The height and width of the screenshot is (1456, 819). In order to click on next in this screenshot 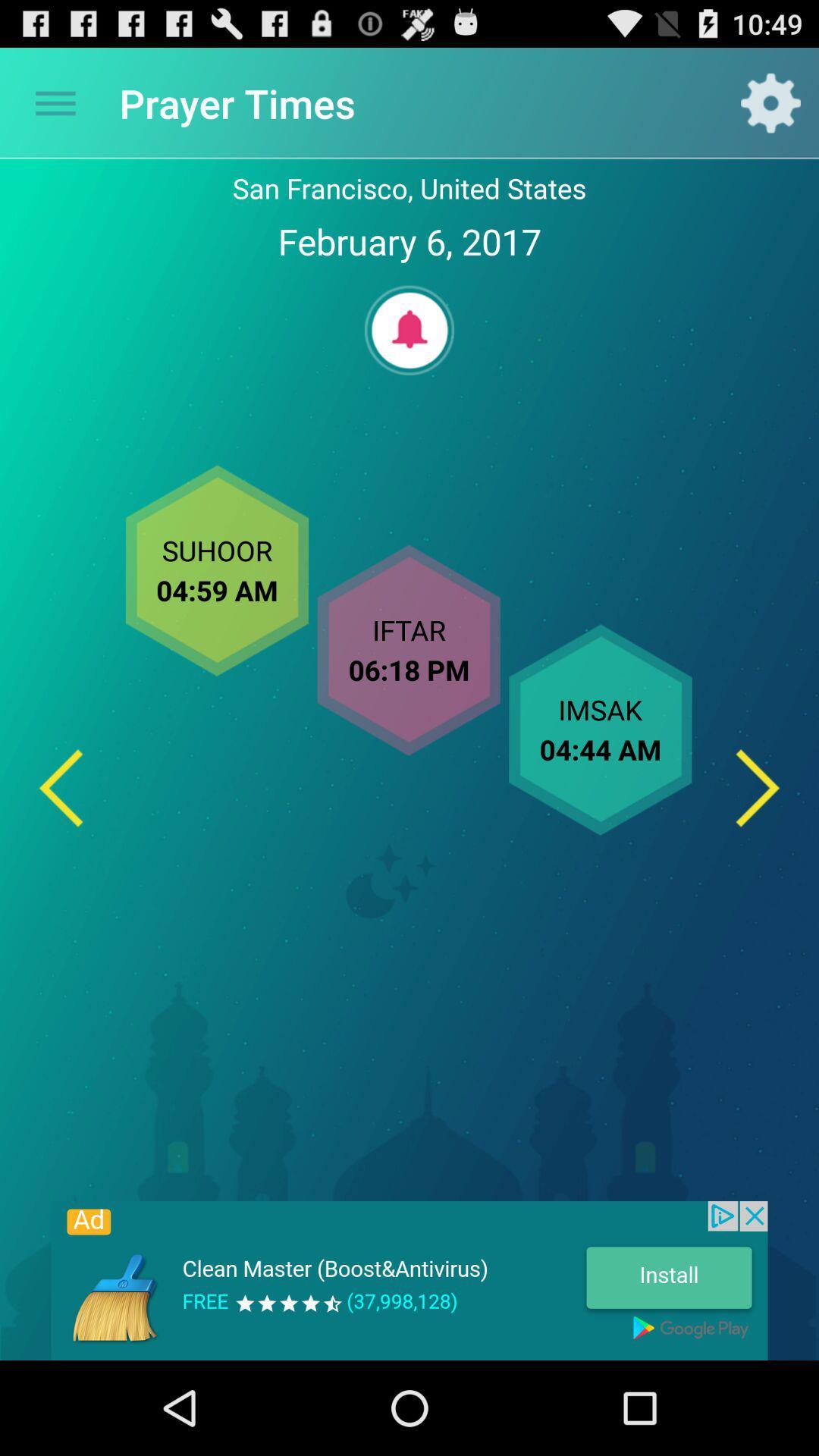, I will do `click(758, 788)`.